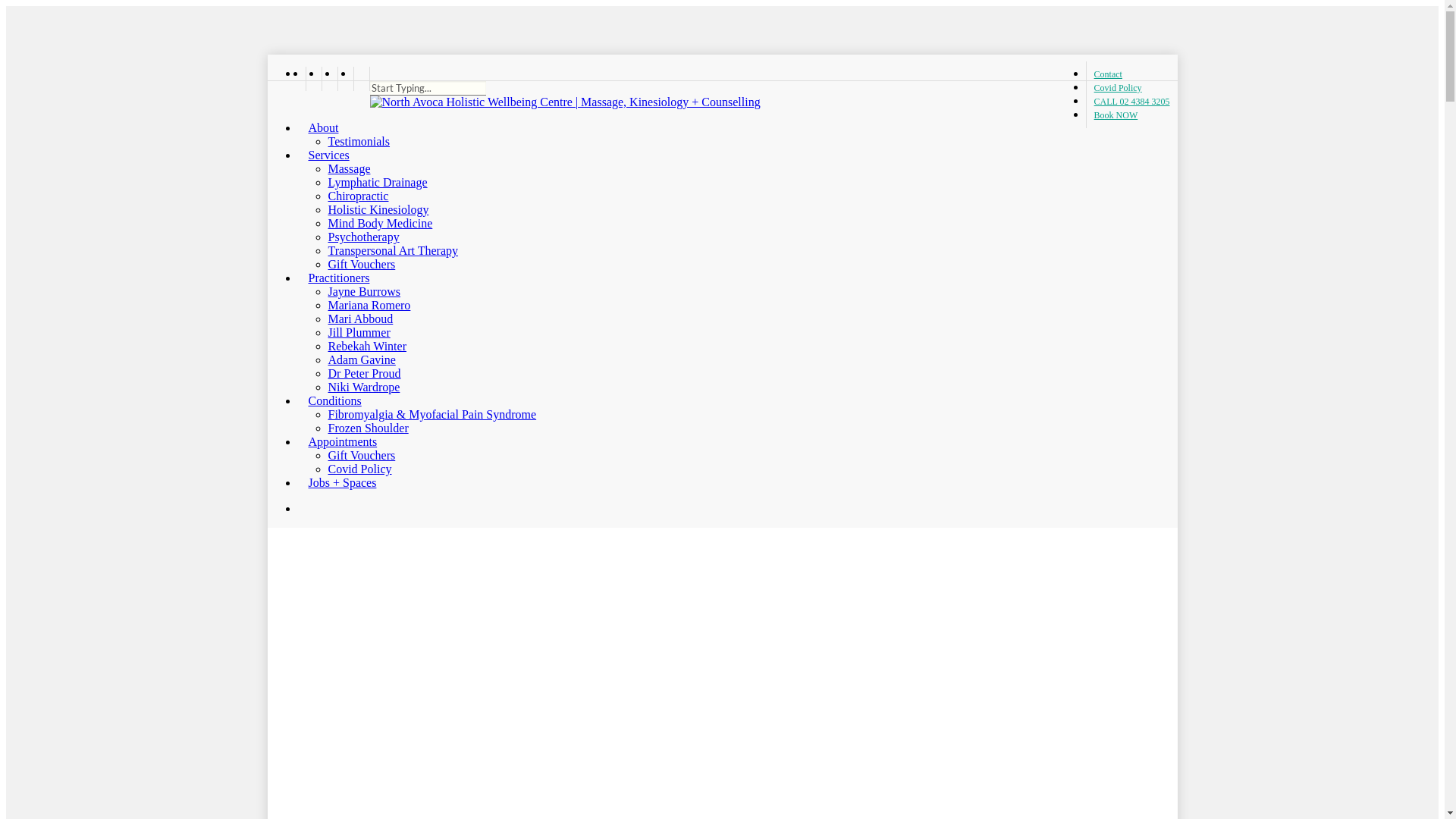  What do you see at coordinates (297, 79) in the screenshot?
I see `'twitter'` at bounding box center [297, 79].